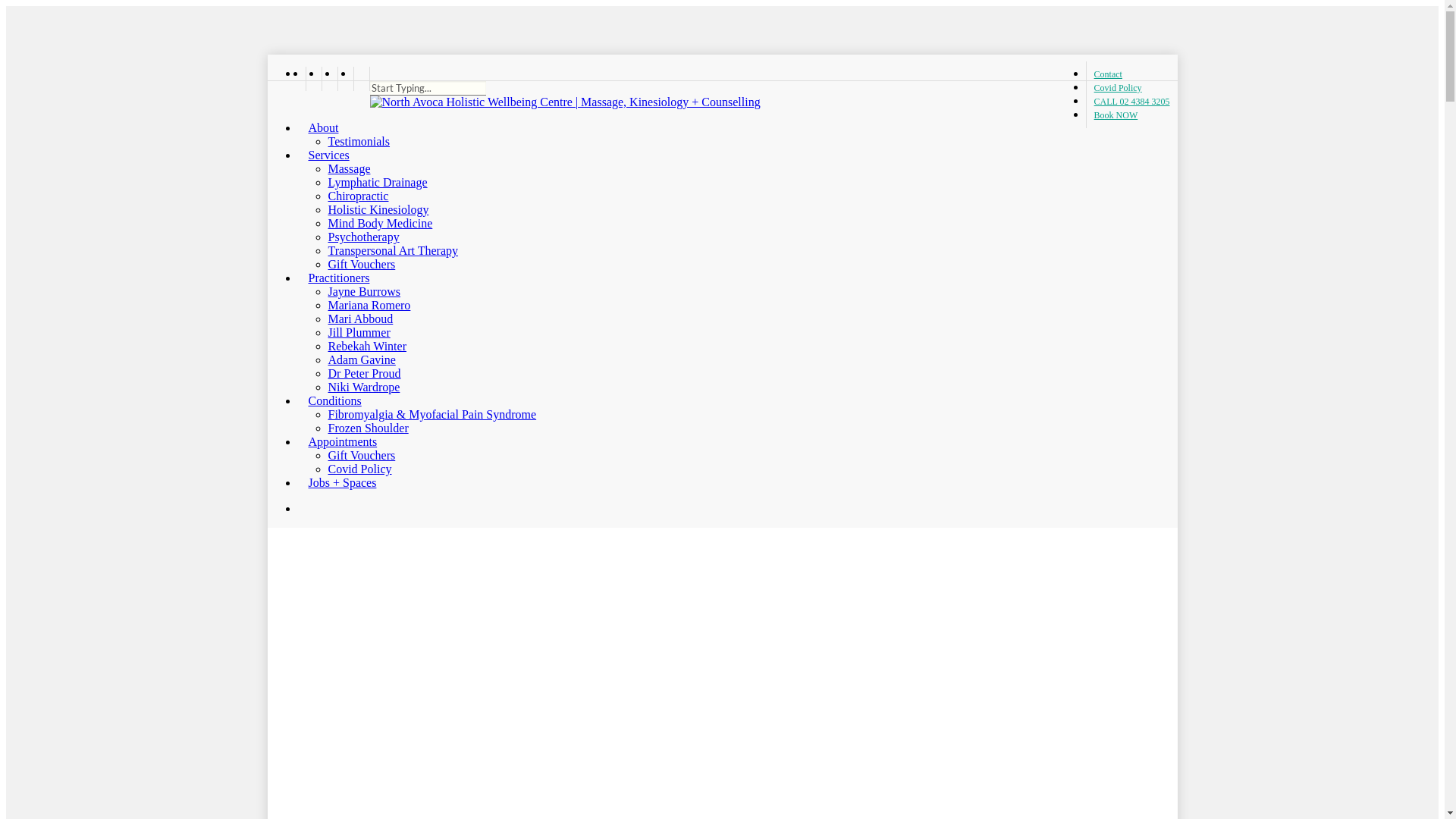  What do you see at coordinates (297, 79) in the screenshot?
I see `'twitter'` at bounding box center [297, 79].